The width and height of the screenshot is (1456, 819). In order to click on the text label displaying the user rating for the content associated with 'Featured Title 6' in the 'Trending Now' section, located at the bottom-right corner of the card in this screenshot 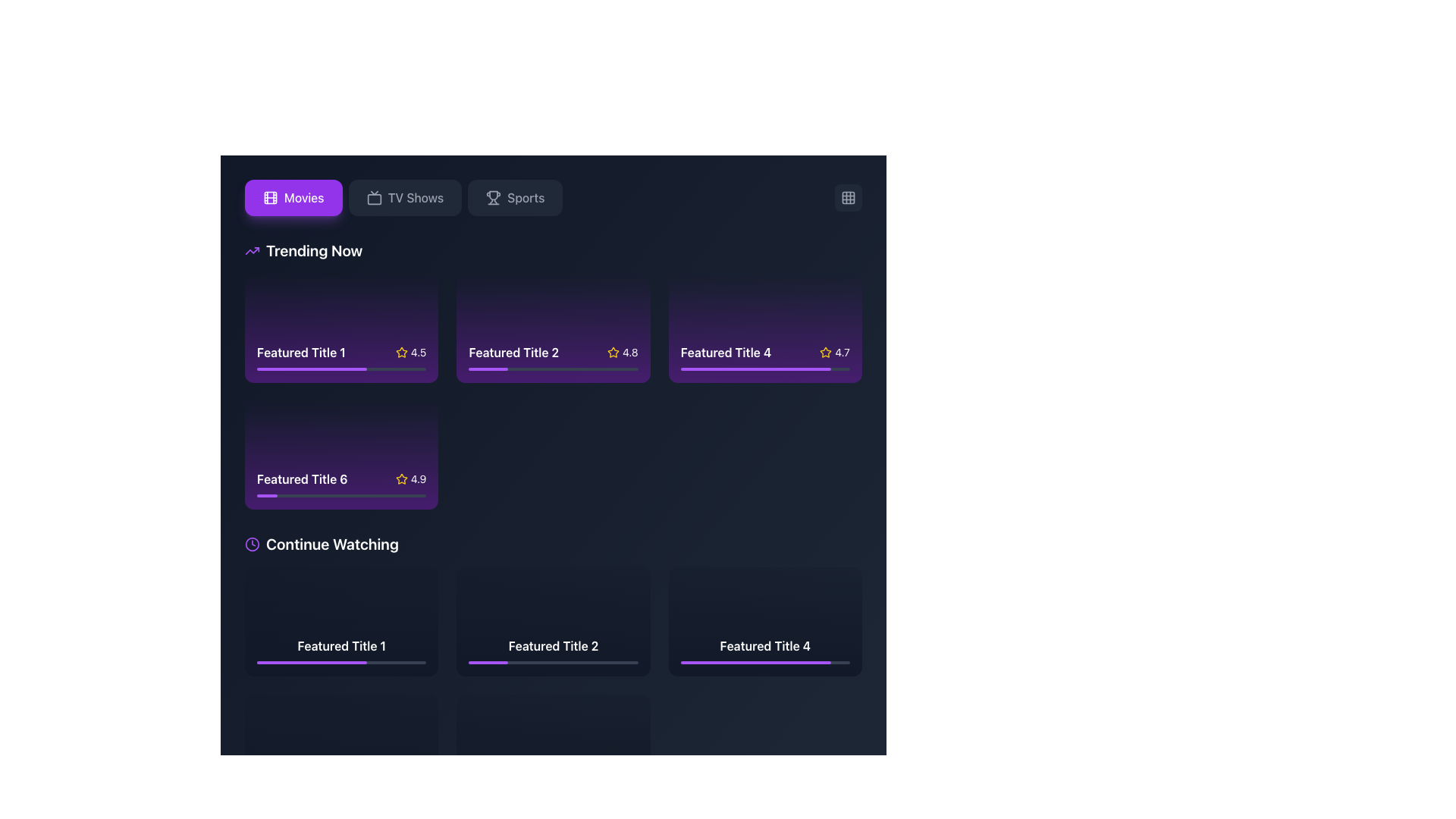, I will do `click(419, 479)`.